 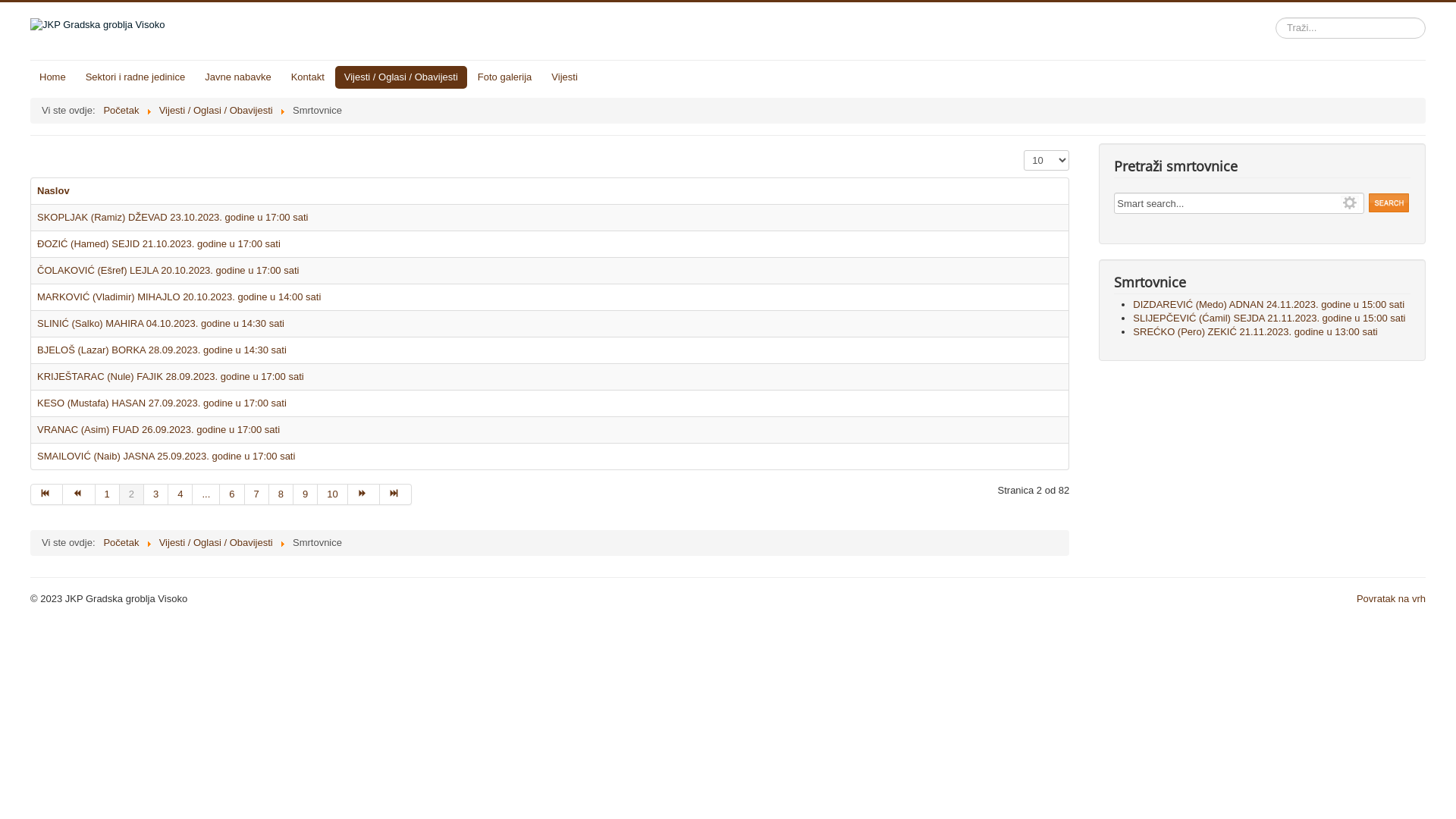 What do you see at coordinates (505, 77) in the screenshot?
I see `'Foto galerija'` at bounding box center [505, 77].